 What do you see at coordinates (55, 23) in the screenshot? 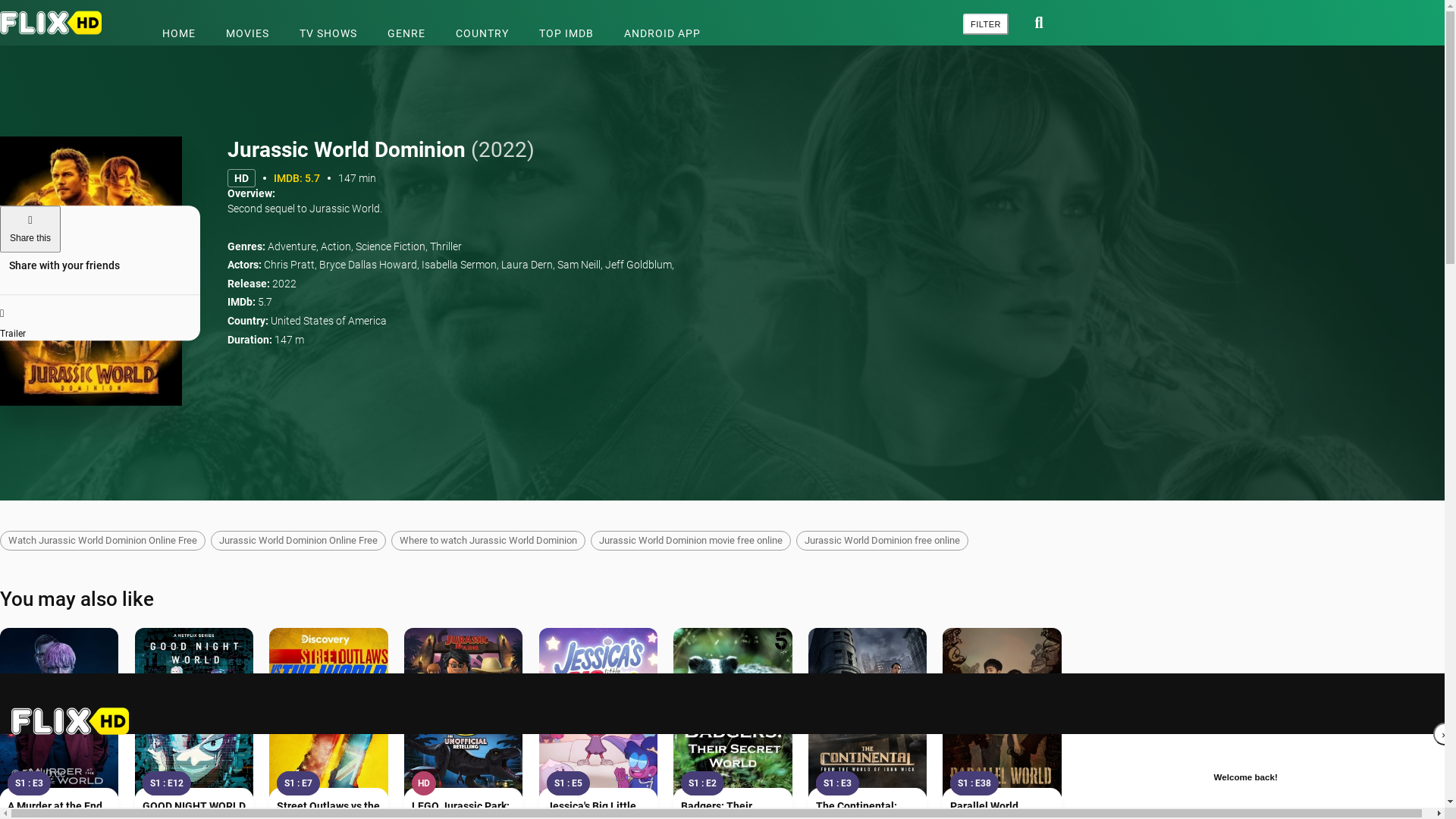
I see `'FlixHD.cc'` at bounding box center [55, 23].